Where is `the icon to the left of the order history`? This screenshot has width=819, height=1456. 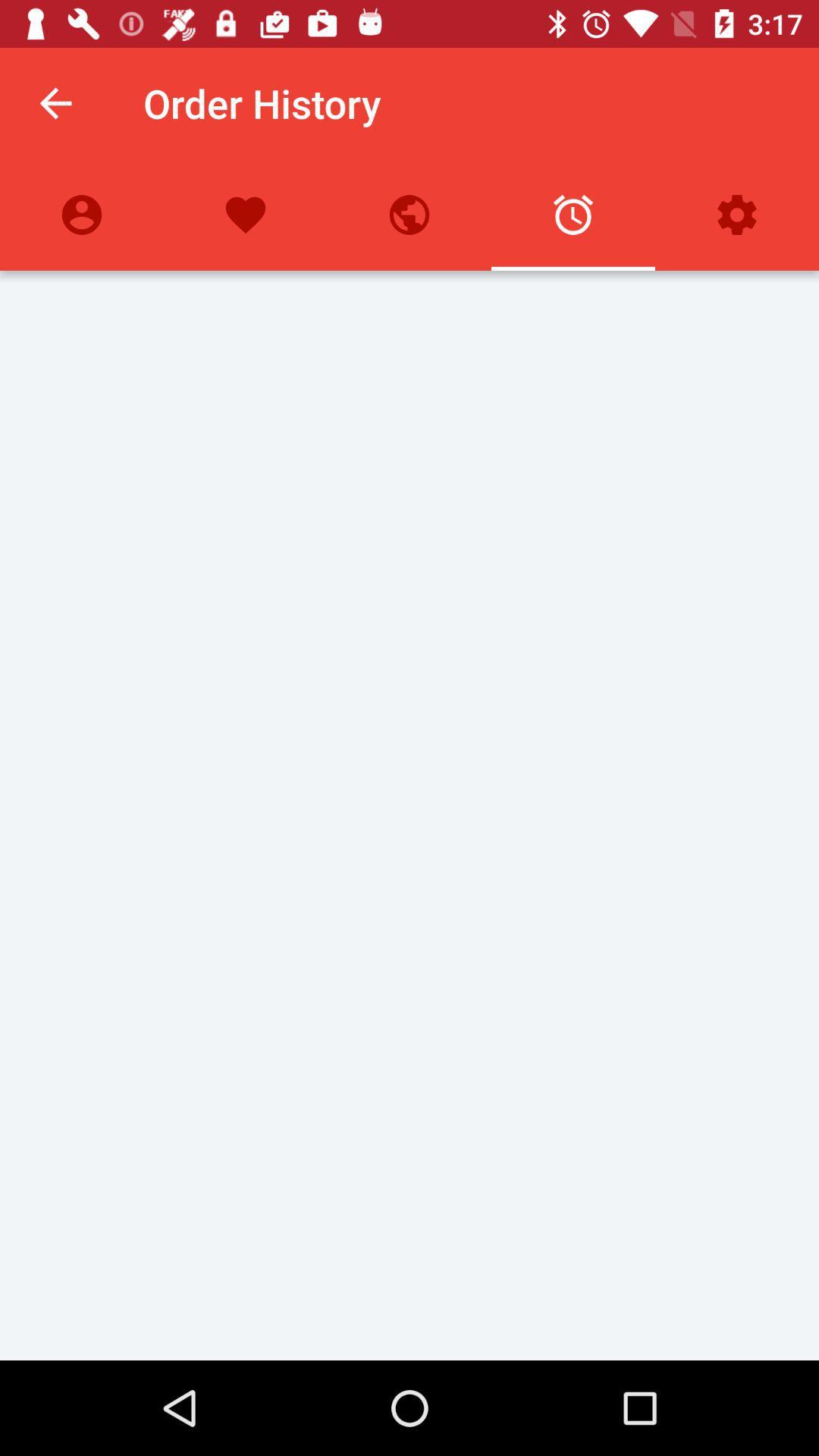
the icon to the left of the order history is located at coordinates (55, 102).